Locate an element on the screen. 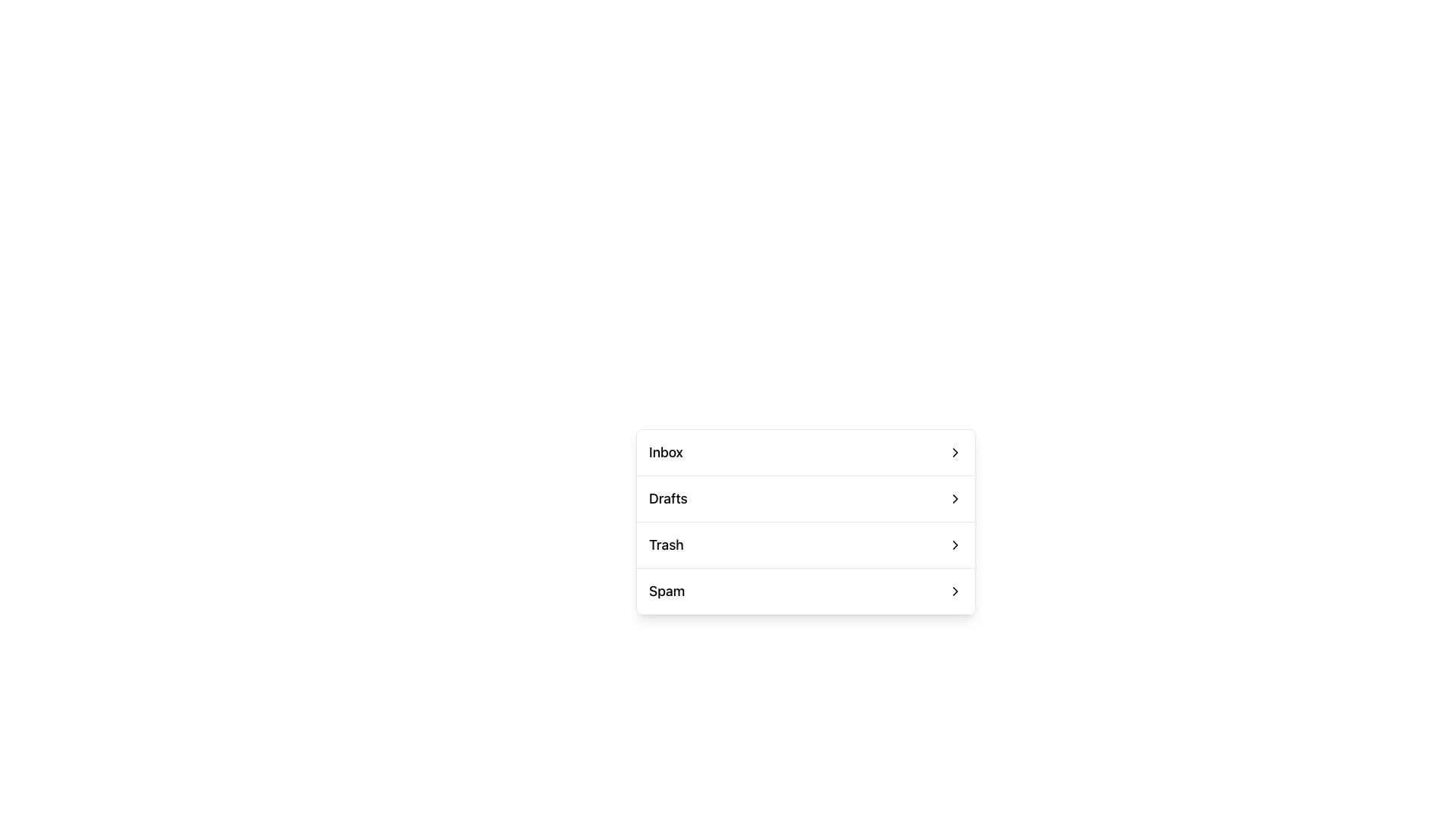 This screenshot has width=1456, height=819. the interactive icon for the 'Trash' section is located at coordinates (954, 544).